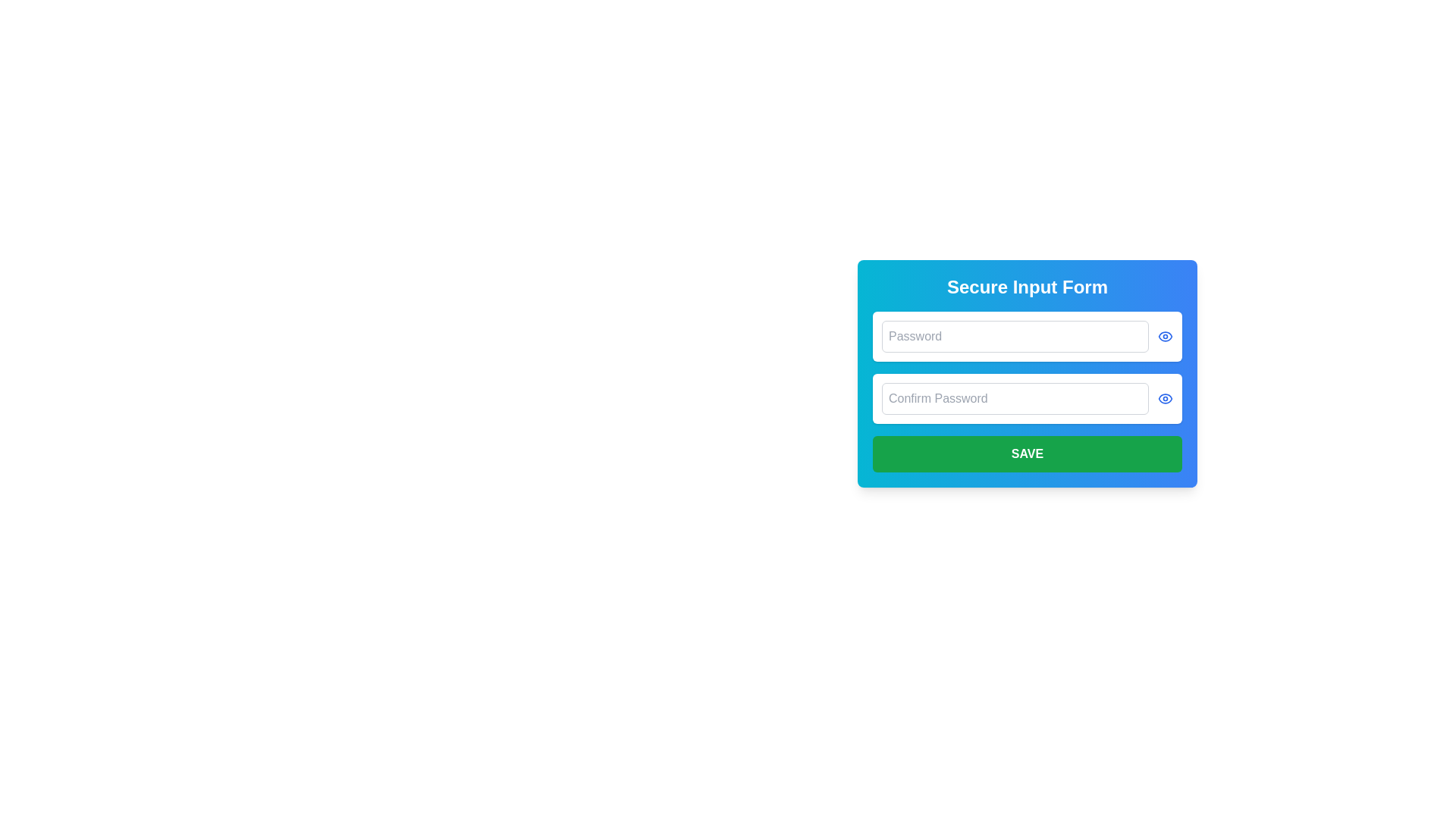 The image size is (1456, 819). Describe the element at coordinates (1015, 397) in the screenshot. I see `the password confirmation input field to focus it, which is positioned below the 'Password' field and above the 'SAVE' button within a rounded card layout` at that location.